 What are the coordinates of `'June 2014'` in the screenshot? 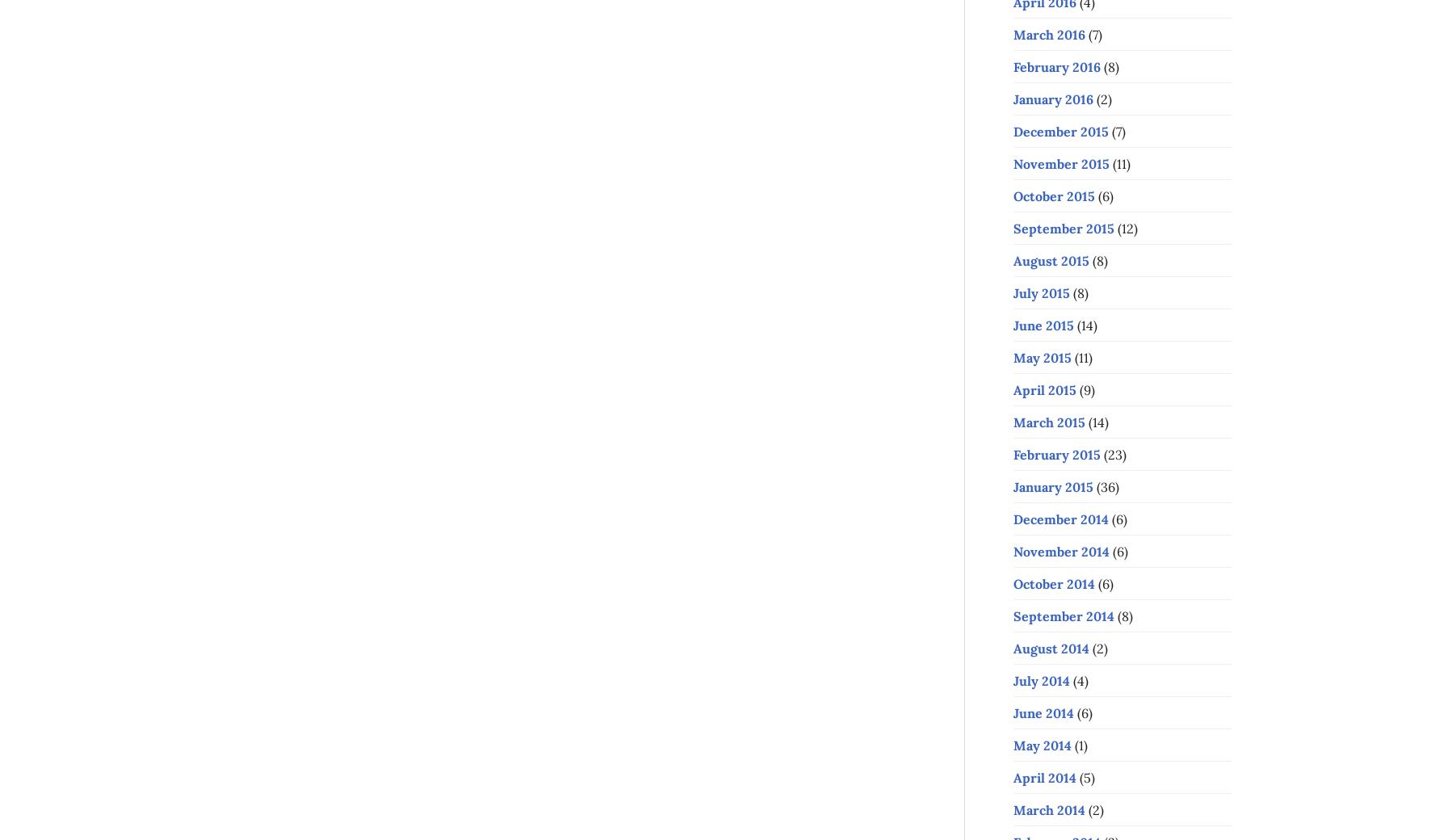 It's located at (1043, 712).